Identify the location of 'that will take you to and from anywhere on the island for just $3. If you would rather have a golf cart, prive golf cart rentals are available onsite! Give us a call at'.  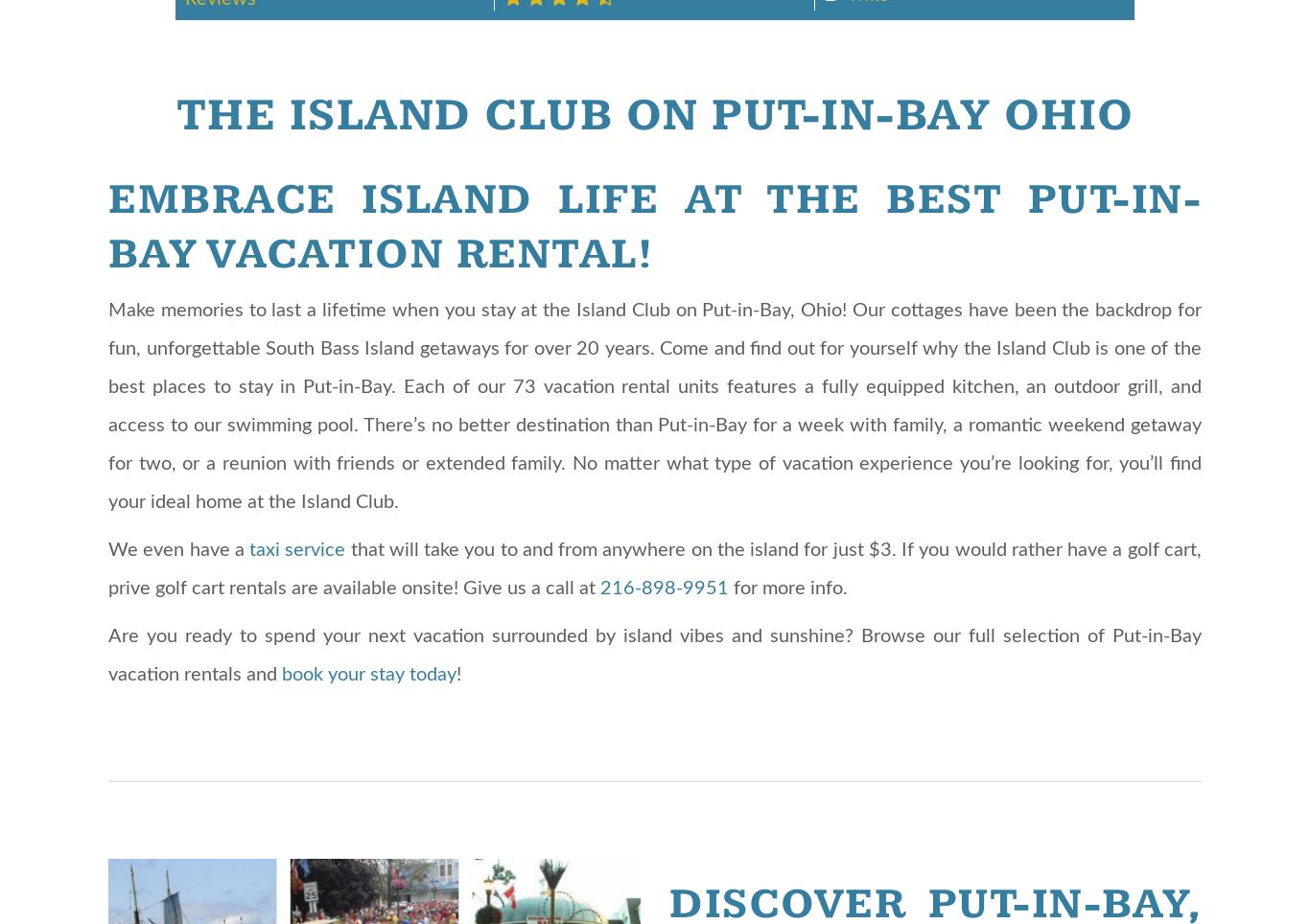
(655, 566).